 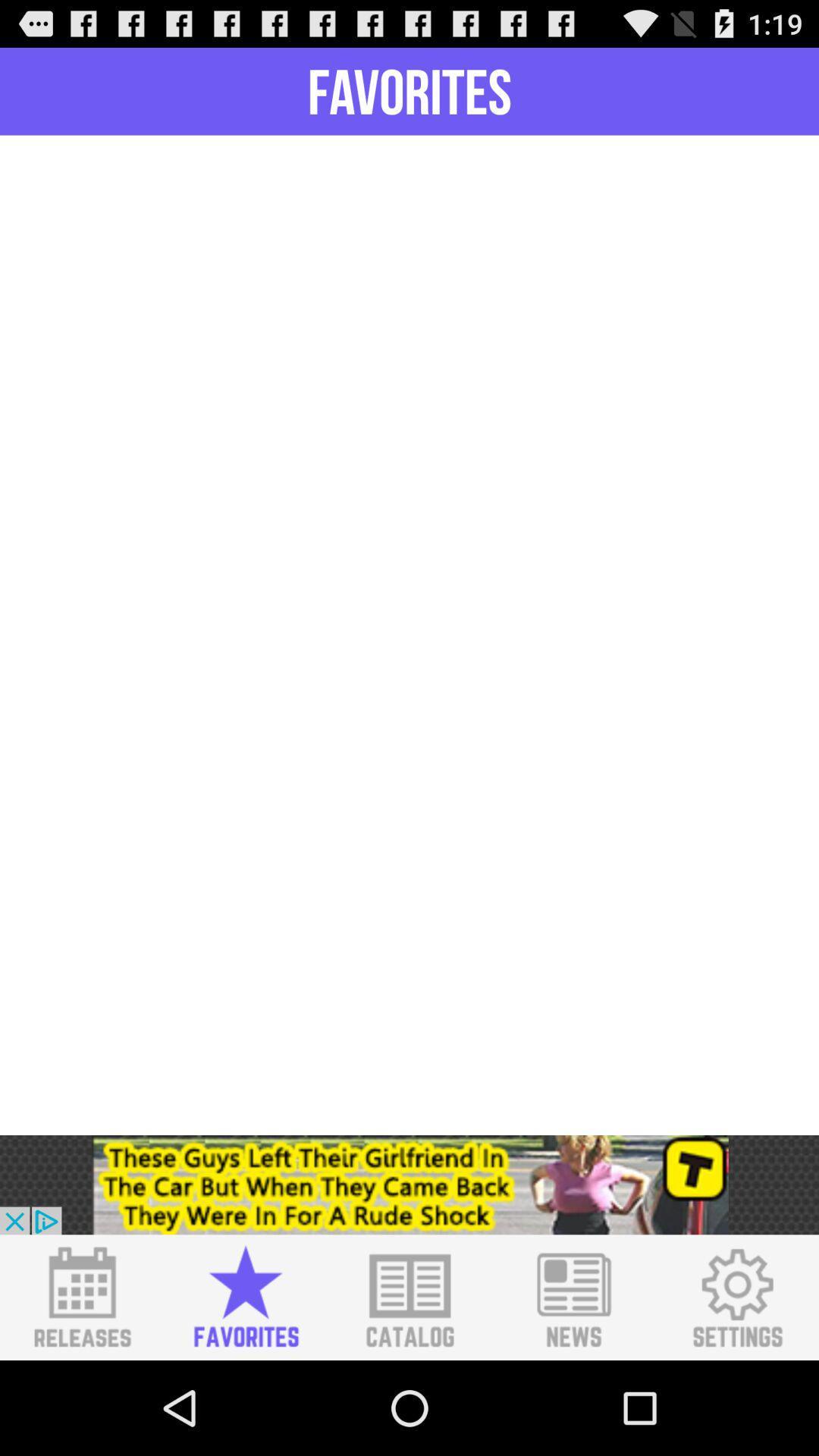 What do you see at coordinates (245, 1297) in the screenshot?
I see `favorites list` at bounding box center [245, 1297].